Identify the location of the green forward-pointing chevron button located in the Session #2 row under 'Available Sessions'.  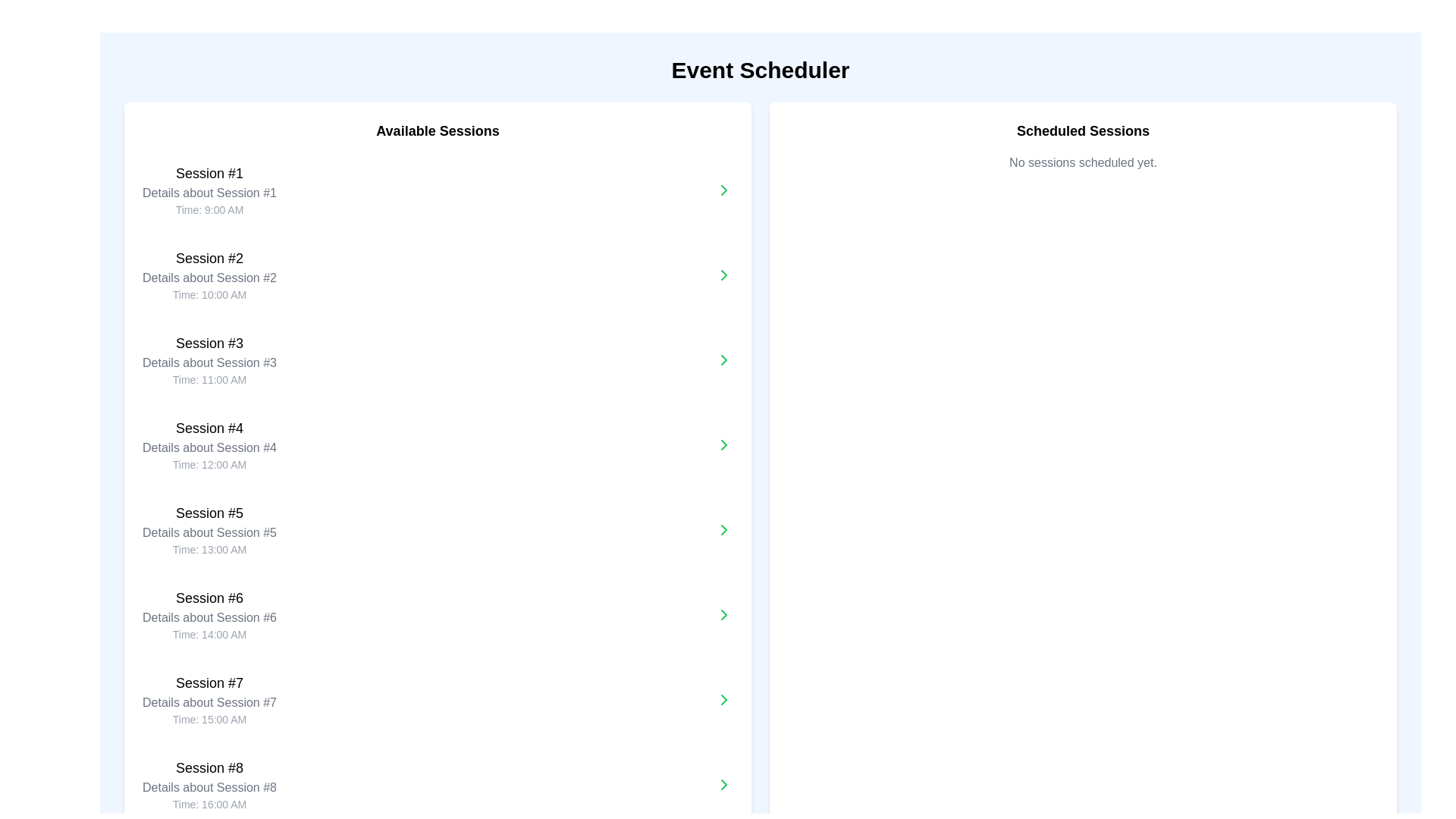
(723, 275).